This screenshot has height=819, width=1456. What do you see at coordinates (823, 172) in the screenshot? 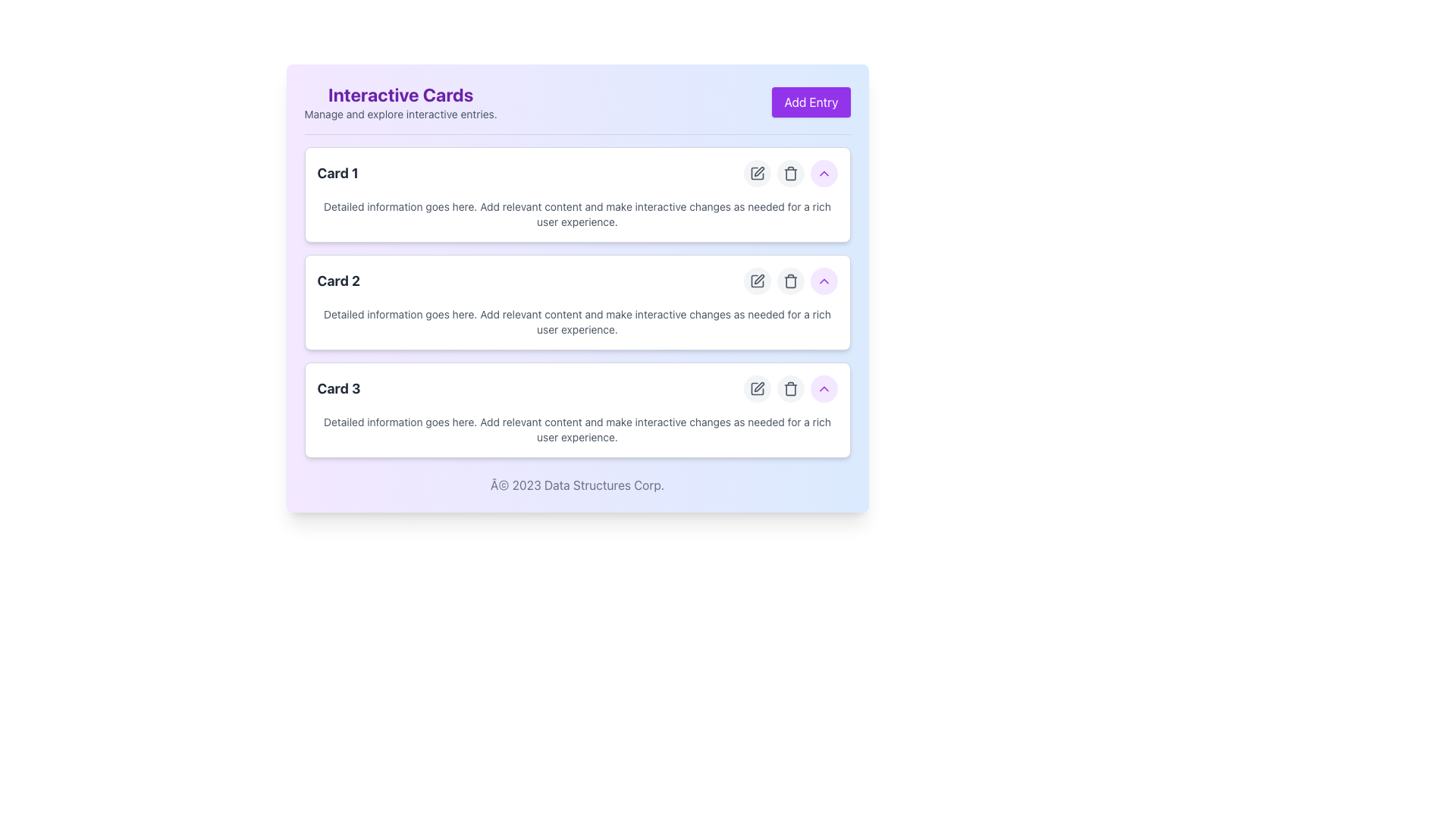
I see `the rightmost rounded button with a light purple background and a chevron-up icon` at bounding box center [823, 172].